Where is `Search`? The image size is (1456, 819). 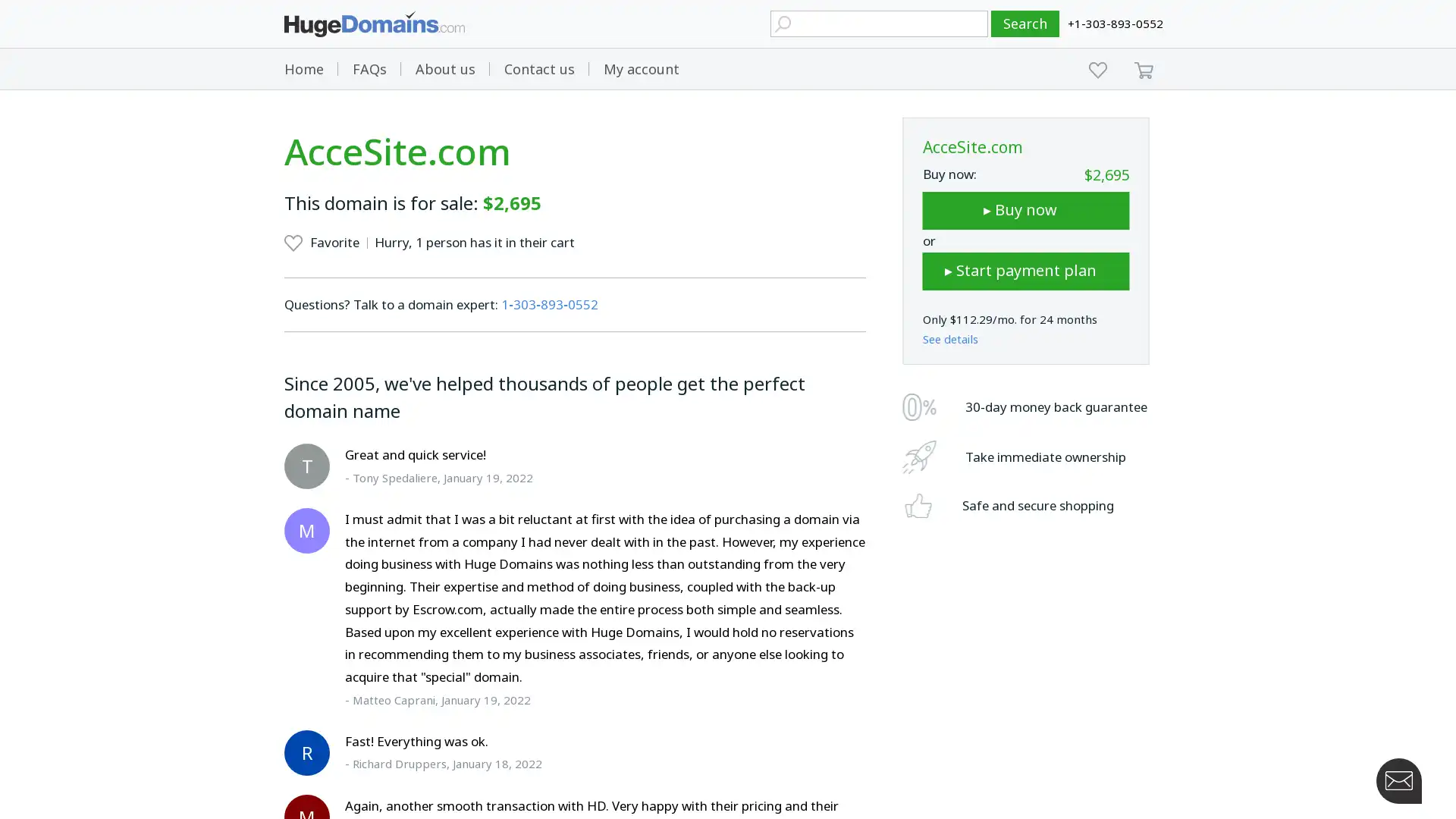
Search is located at coordinates (1025, 24).